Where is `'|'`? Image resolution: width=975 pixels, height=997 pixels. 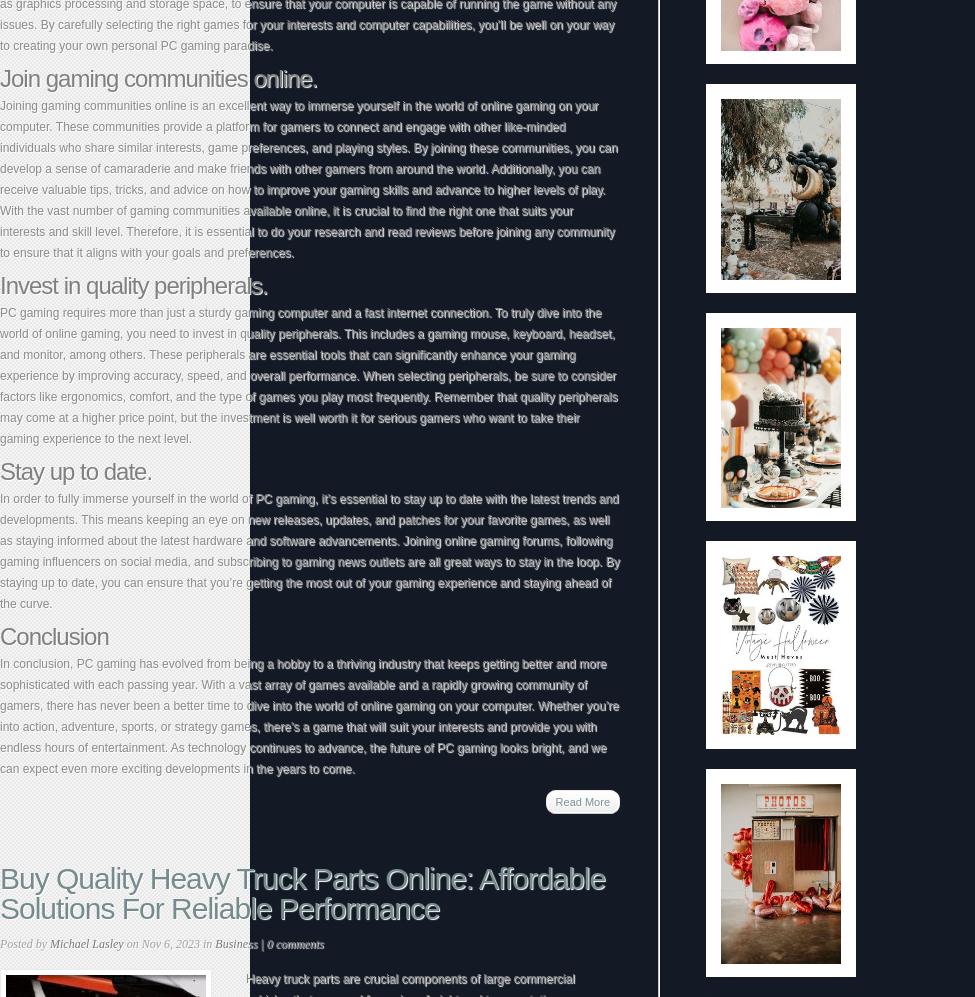 '|' is located at coordinates (261, 943).